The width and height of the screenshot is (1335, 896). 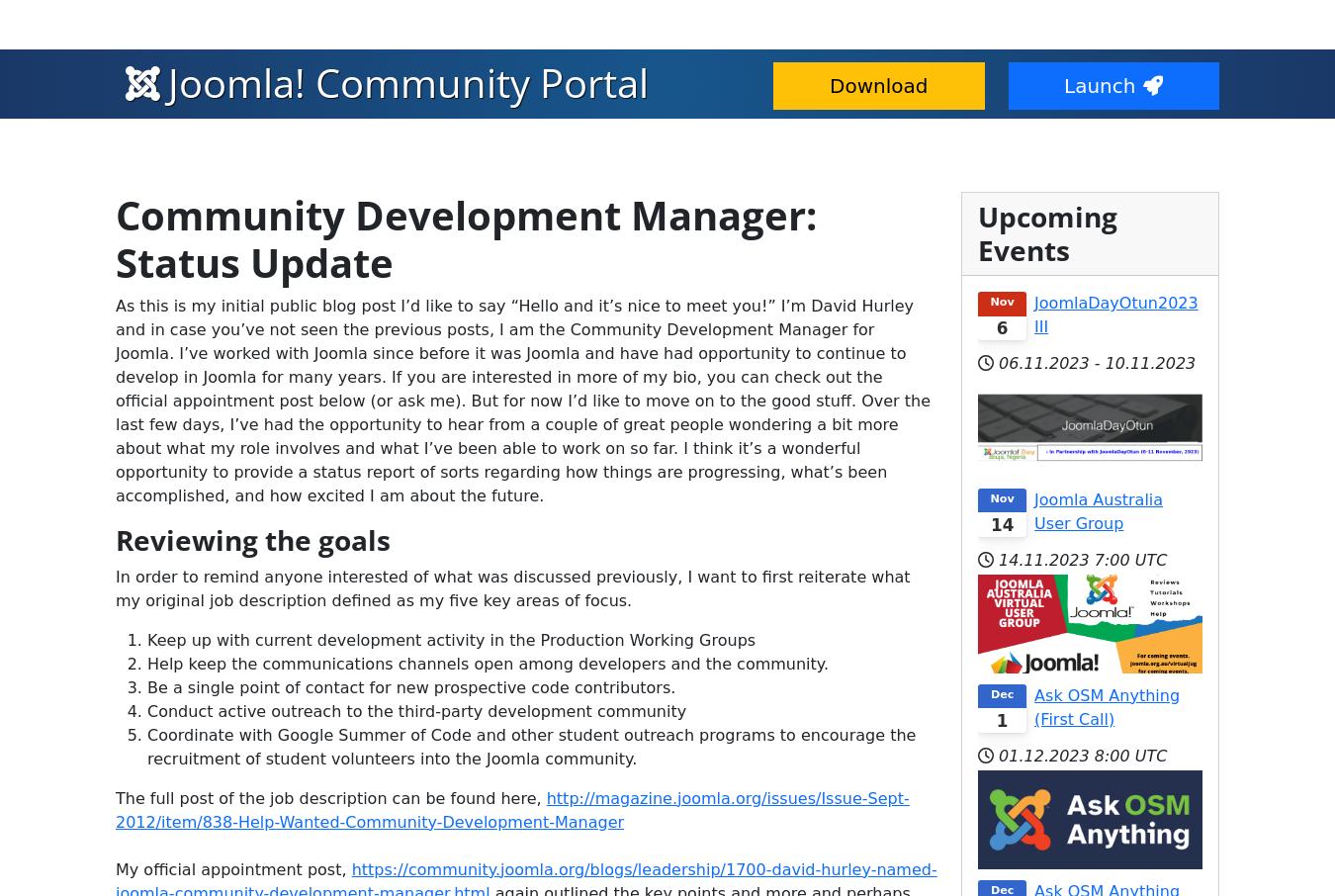 I want to click on 'Download & Extend', so click(x=159, y=23).